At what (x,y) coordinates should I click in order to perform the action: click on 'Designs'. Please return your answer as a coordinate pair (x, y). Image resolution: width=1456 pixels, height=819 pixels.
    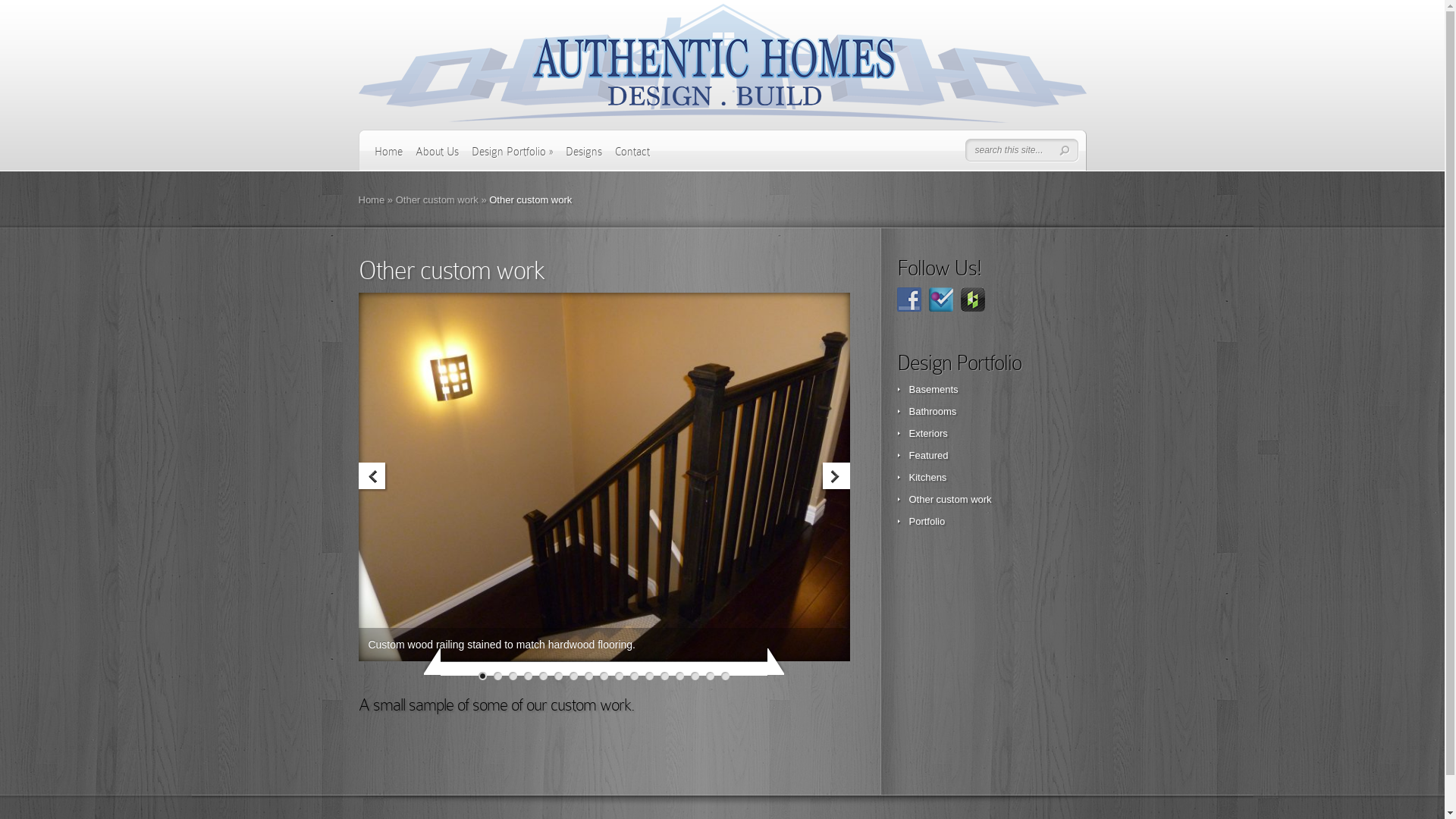
    Looking at the image, I should click on (582, 157).